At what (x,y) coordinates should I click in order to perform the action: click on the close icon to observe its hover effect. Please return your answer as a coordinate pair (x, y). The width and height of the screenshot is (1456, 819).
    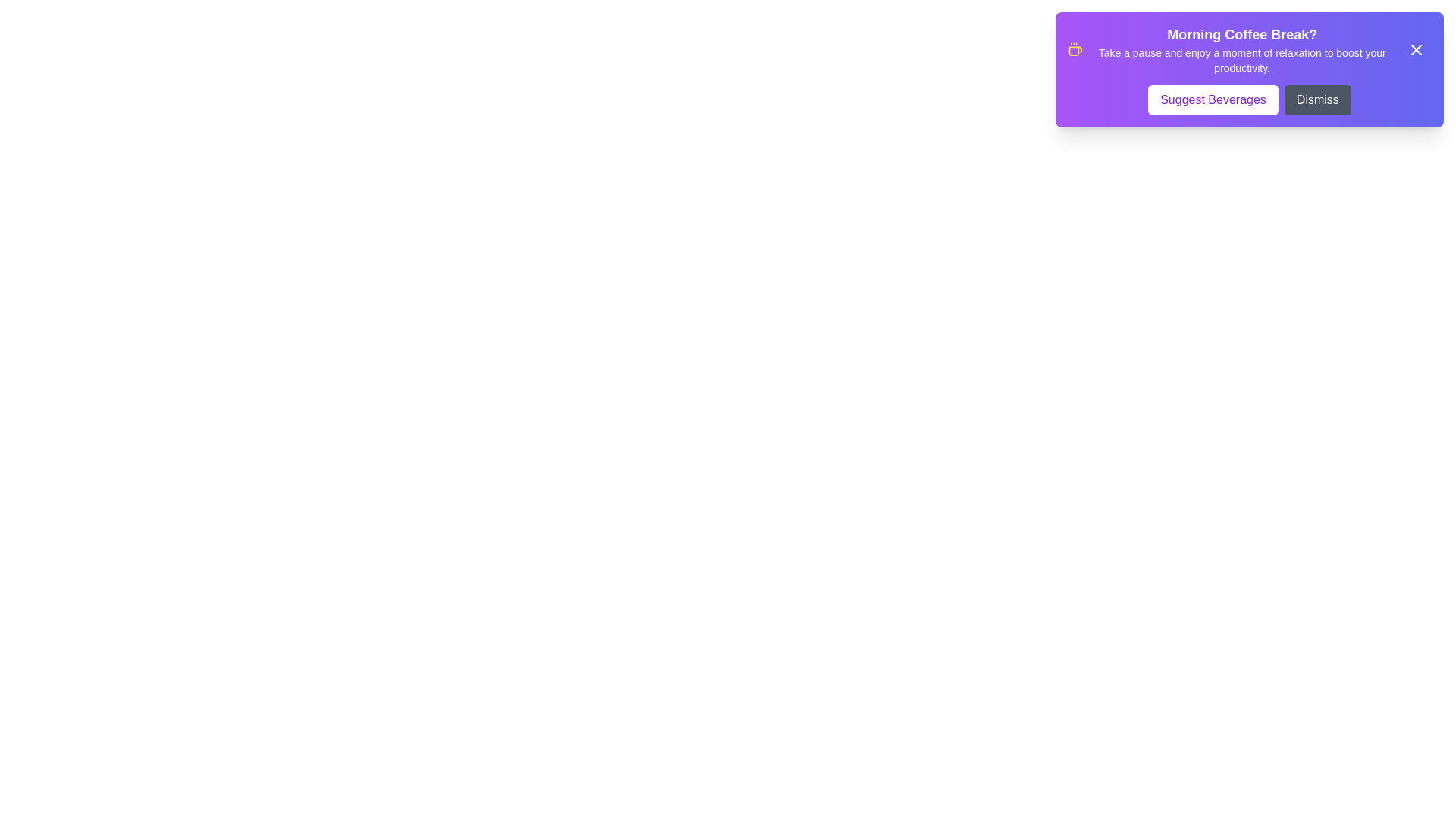
    Looking at the image, I should click on (1415, 49).